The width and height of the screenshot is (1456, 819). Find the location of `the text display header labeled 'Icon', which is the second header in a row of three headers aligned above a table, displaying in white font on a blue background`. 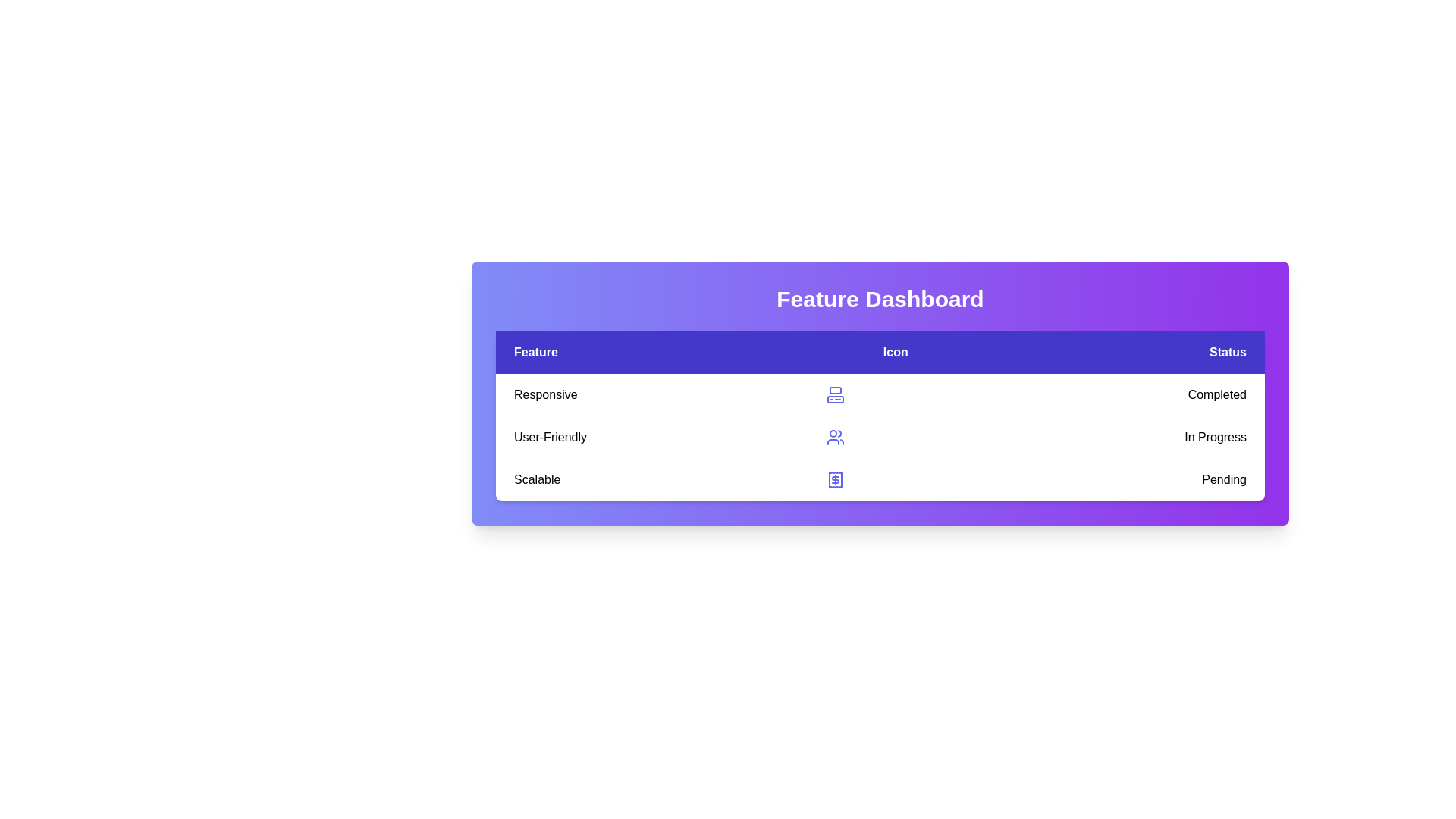

the text display header labeled 'Icon', which is the second header in a row of three headers aligned above a table, displaying in white font on a blue background is located at coordinates (896, 353).